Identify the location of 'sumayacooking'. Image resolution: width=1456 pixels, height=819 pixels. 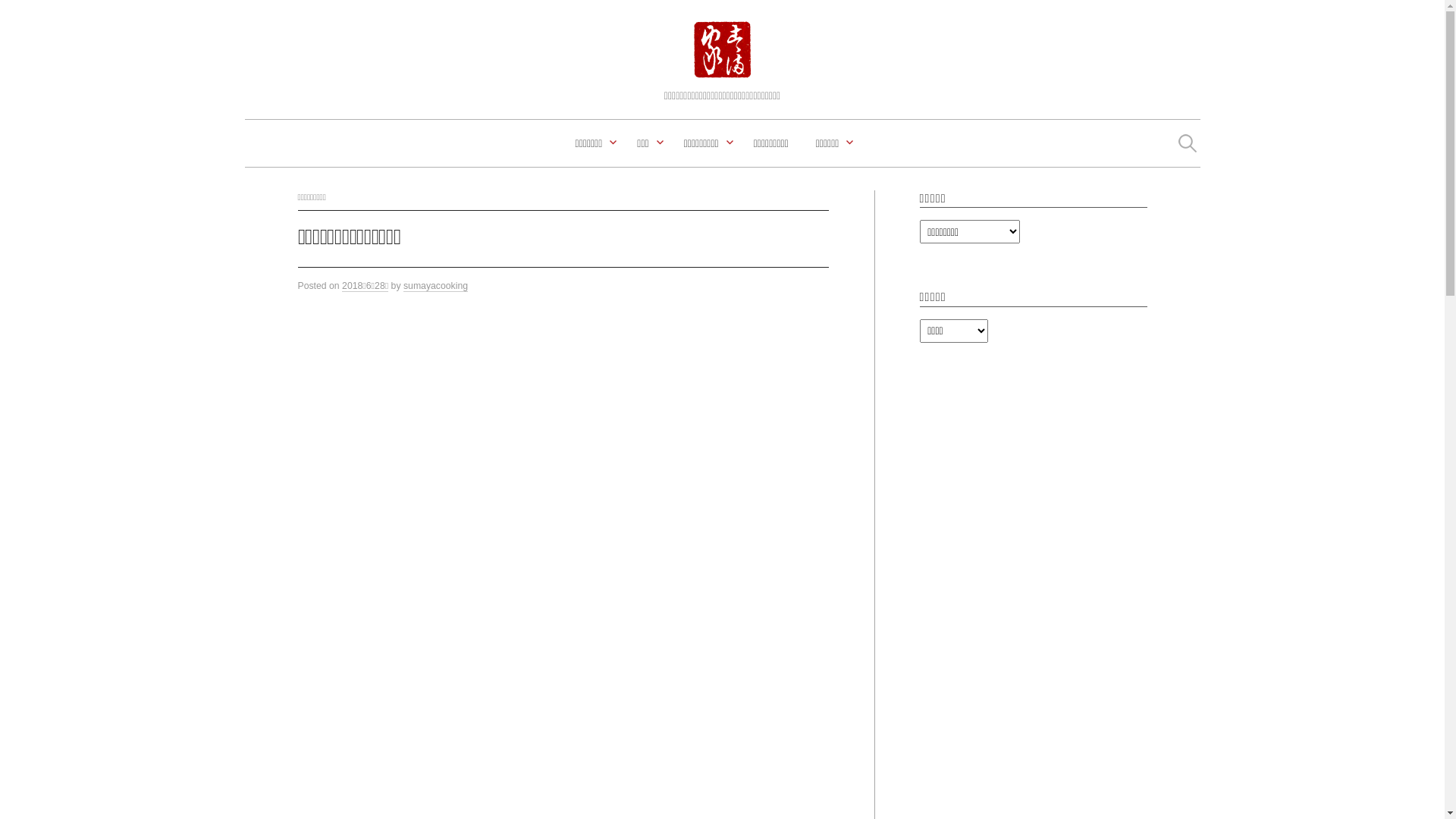
(435, 286).